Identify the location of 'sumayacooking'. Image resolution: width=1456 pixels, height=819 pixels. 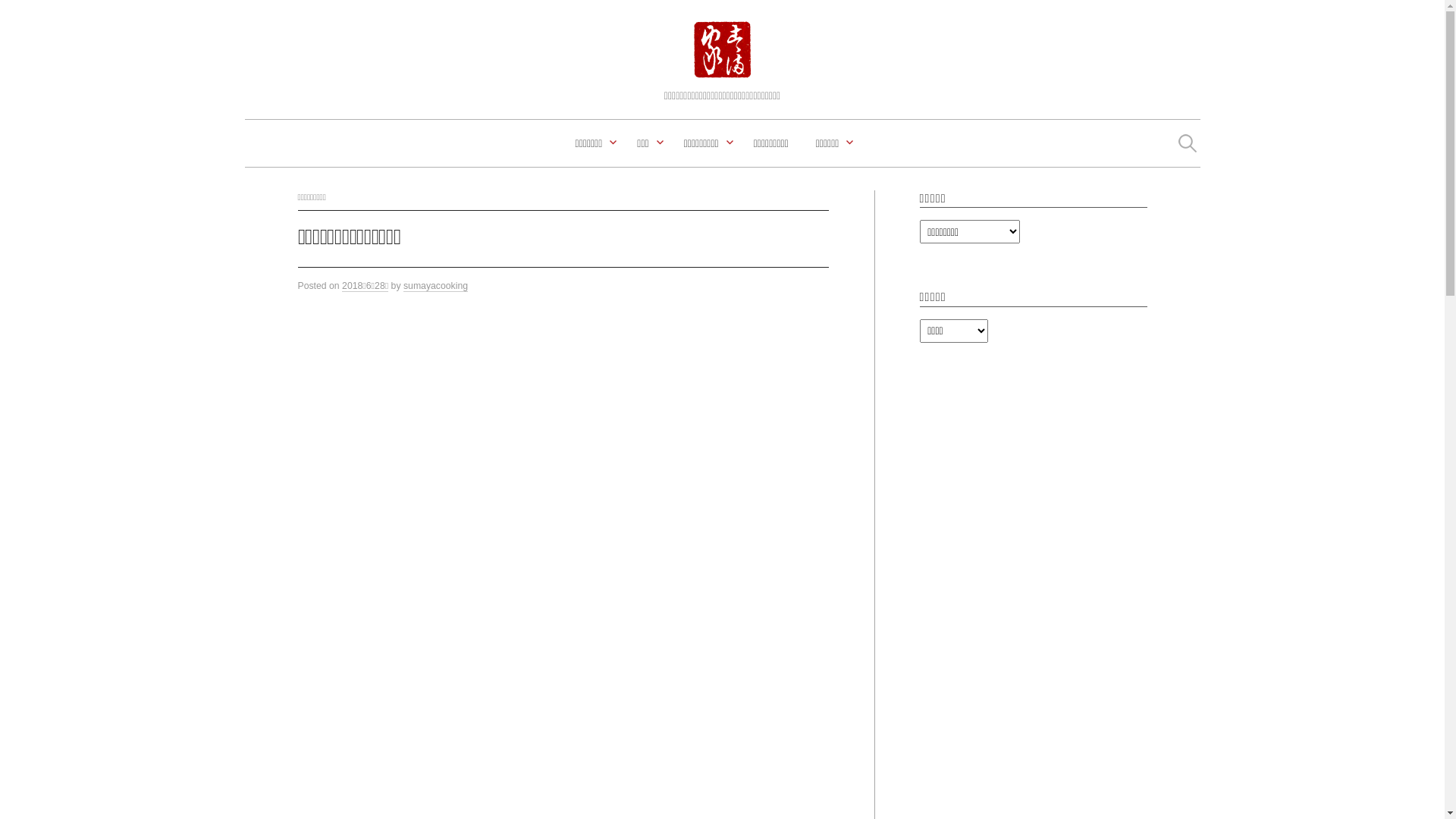
(435, 286).